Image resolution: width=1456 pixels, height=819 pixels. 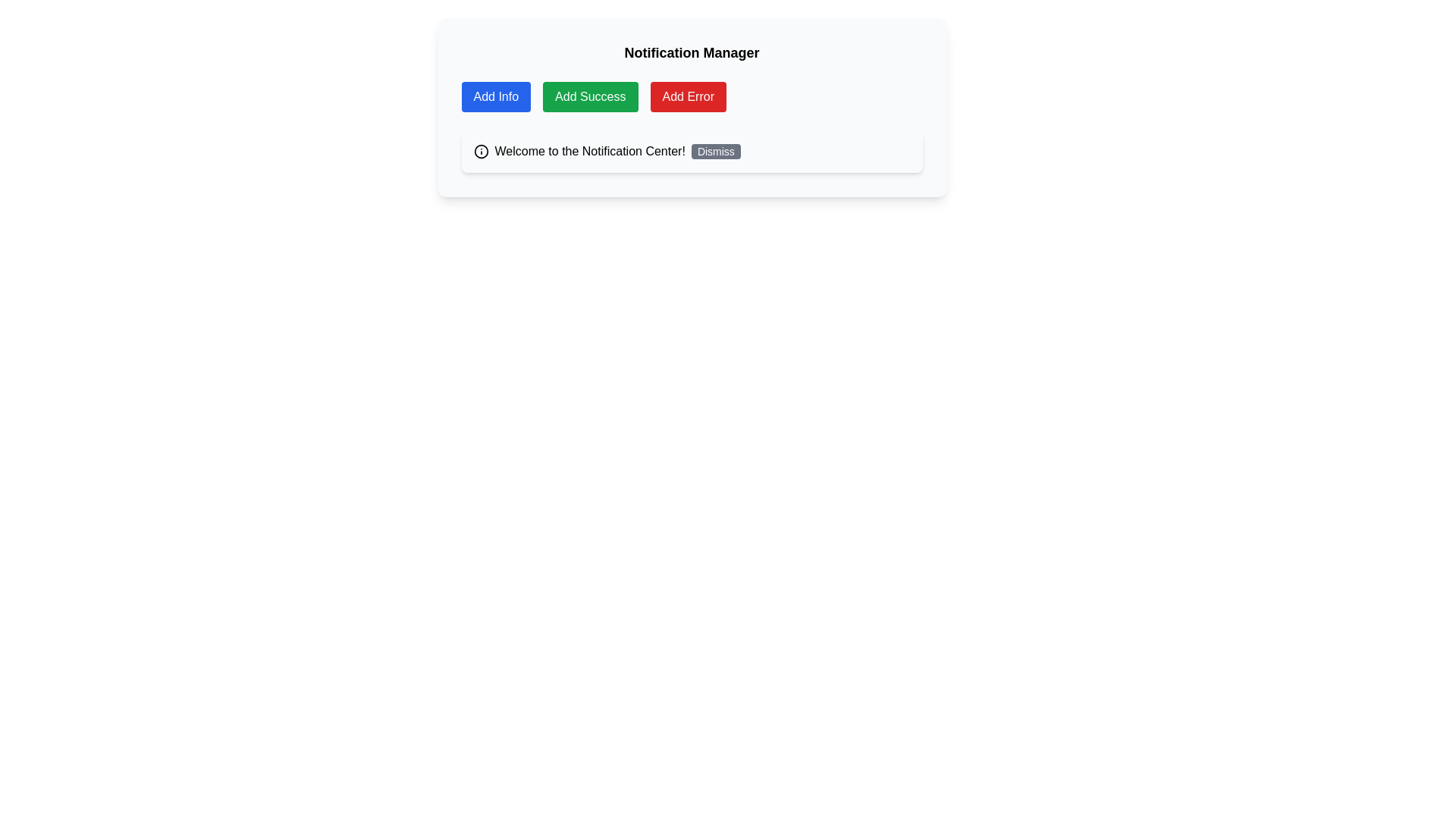 What do you see at coordinates (687, 96) in the screenshot?
I see `the red rectangular button labeled 'Add Error'` at bounding box center [687, 96].